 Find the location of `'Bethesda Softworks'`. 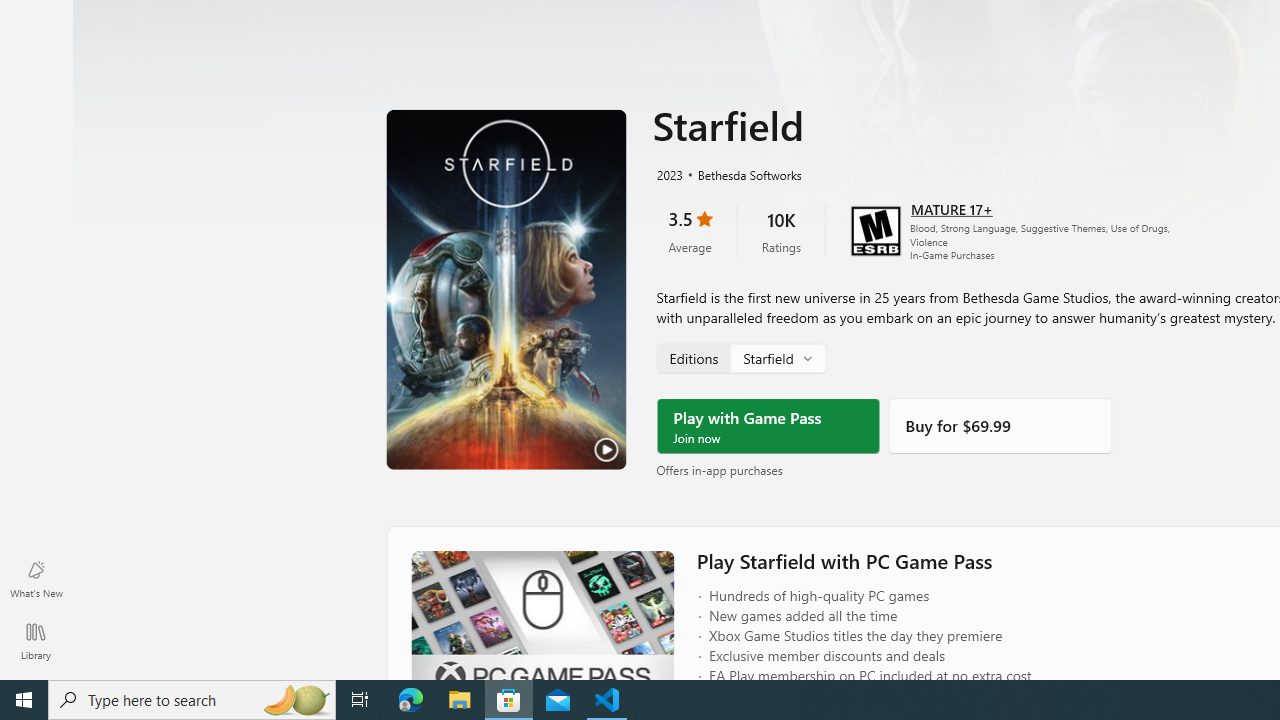

'Bethesda Softworks' is located at coordinates (740, 172).